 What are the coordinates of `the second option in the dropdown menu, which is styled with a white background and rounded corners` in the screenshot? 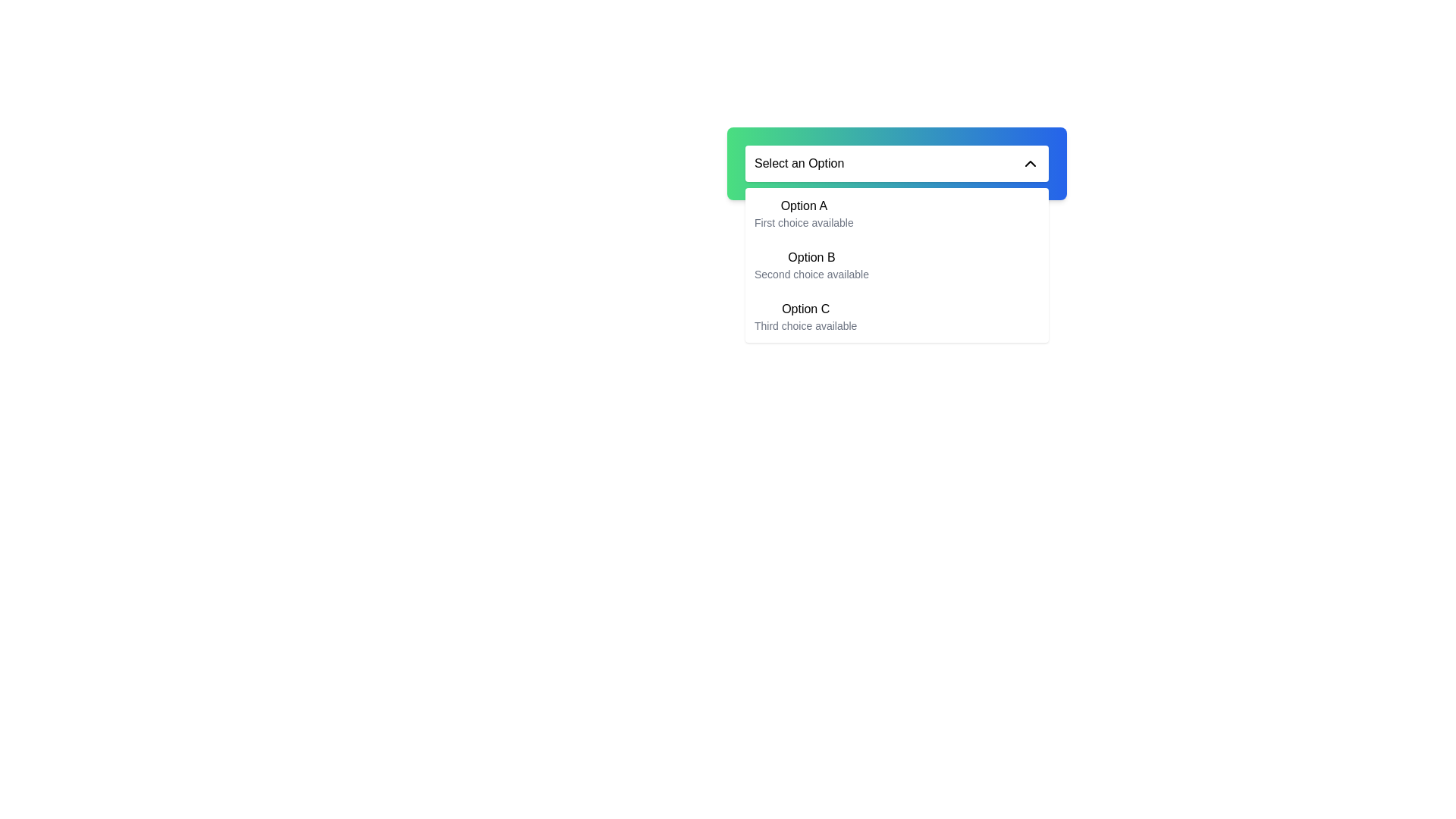 It's located at (896, 265).